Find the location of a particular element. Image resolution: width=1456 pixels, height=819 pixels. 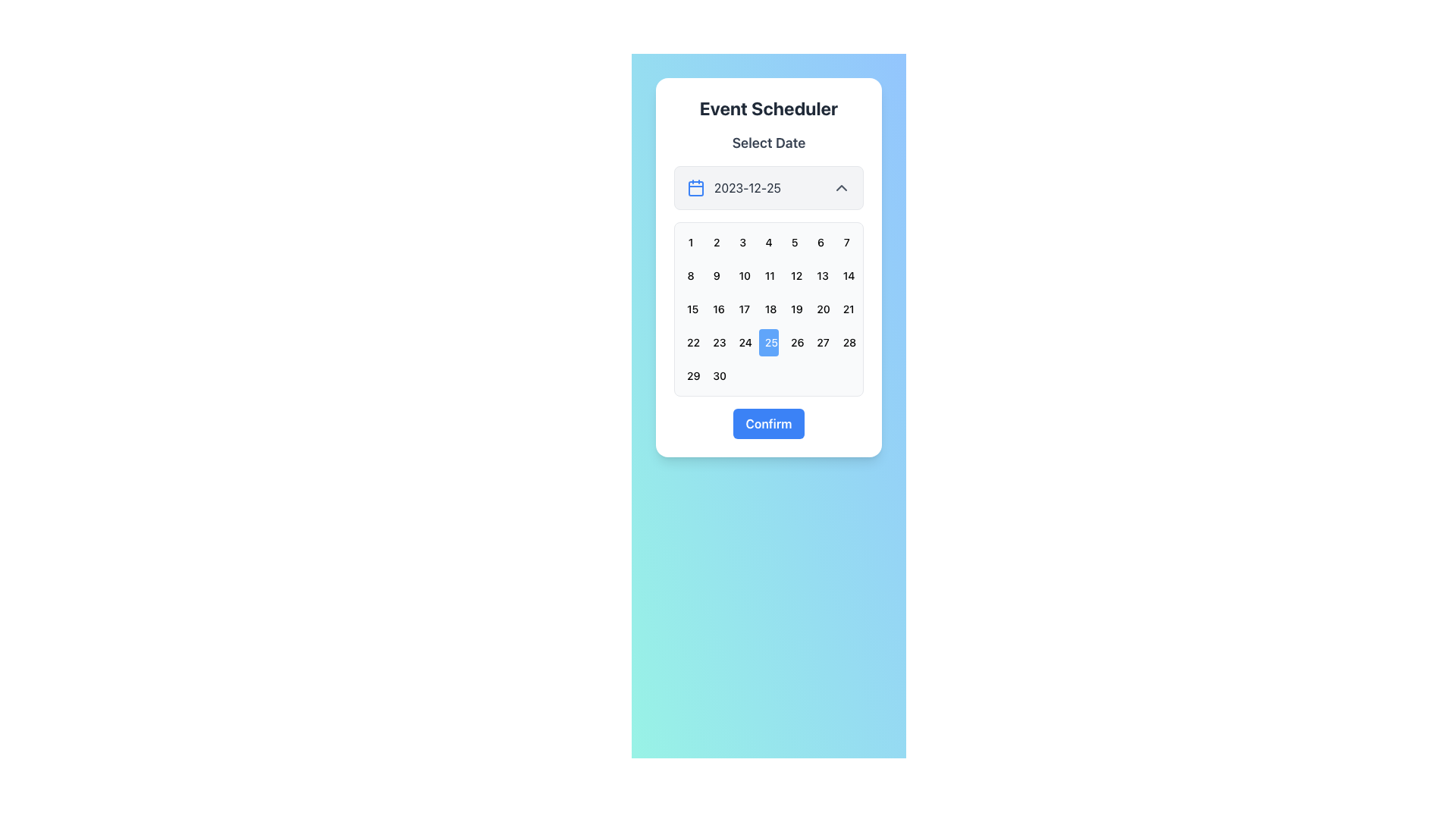

the static text label displaying the date '2023-12-25' in gray color, located in the modal labeled 'Select Date', next to the calendar icon is located at coordinates (747, 187).